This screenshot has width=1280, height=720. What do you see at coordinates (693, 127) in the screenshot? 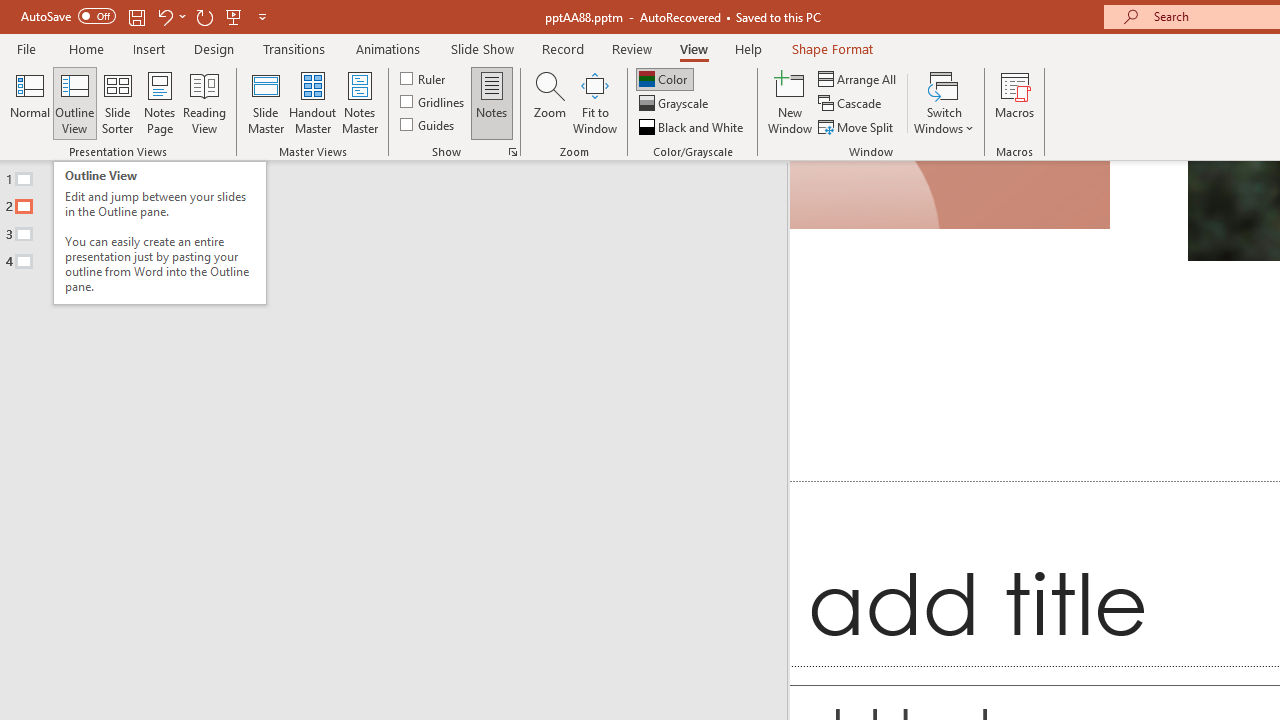
I see `'Black and White'` at bounding box center [693, 127].